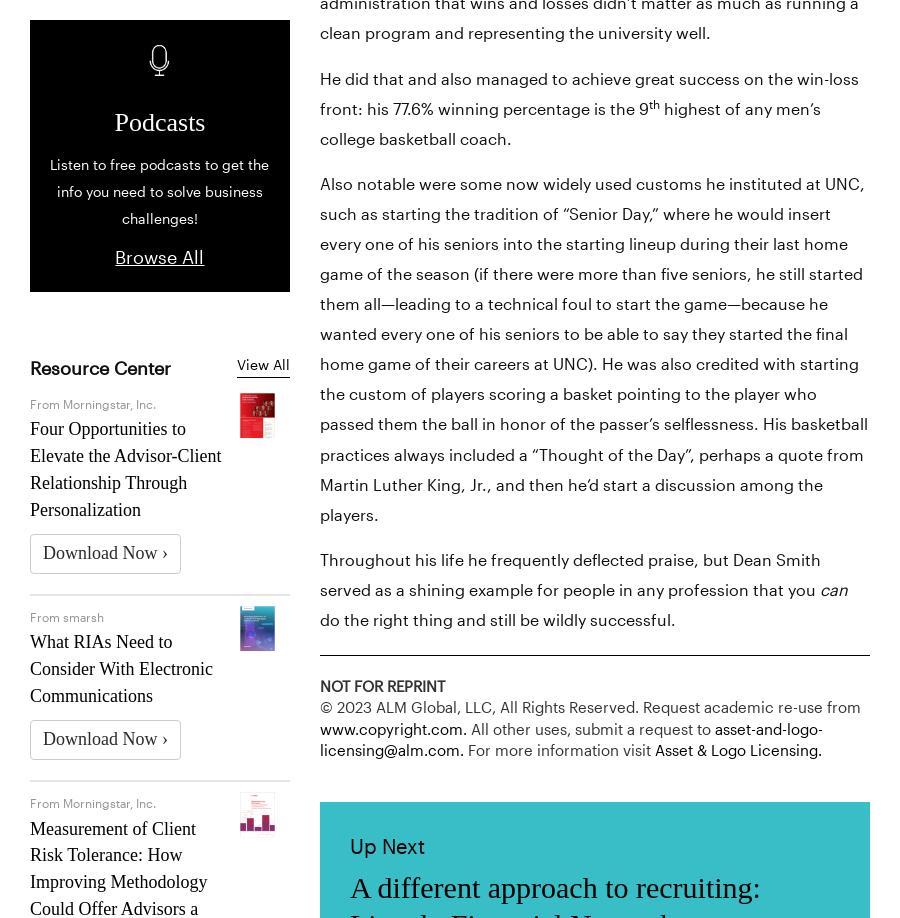  What do you see at coordinates (159, 121) in the screenshot?
I see `'Podcasts'` at bounding box center [159, 121].